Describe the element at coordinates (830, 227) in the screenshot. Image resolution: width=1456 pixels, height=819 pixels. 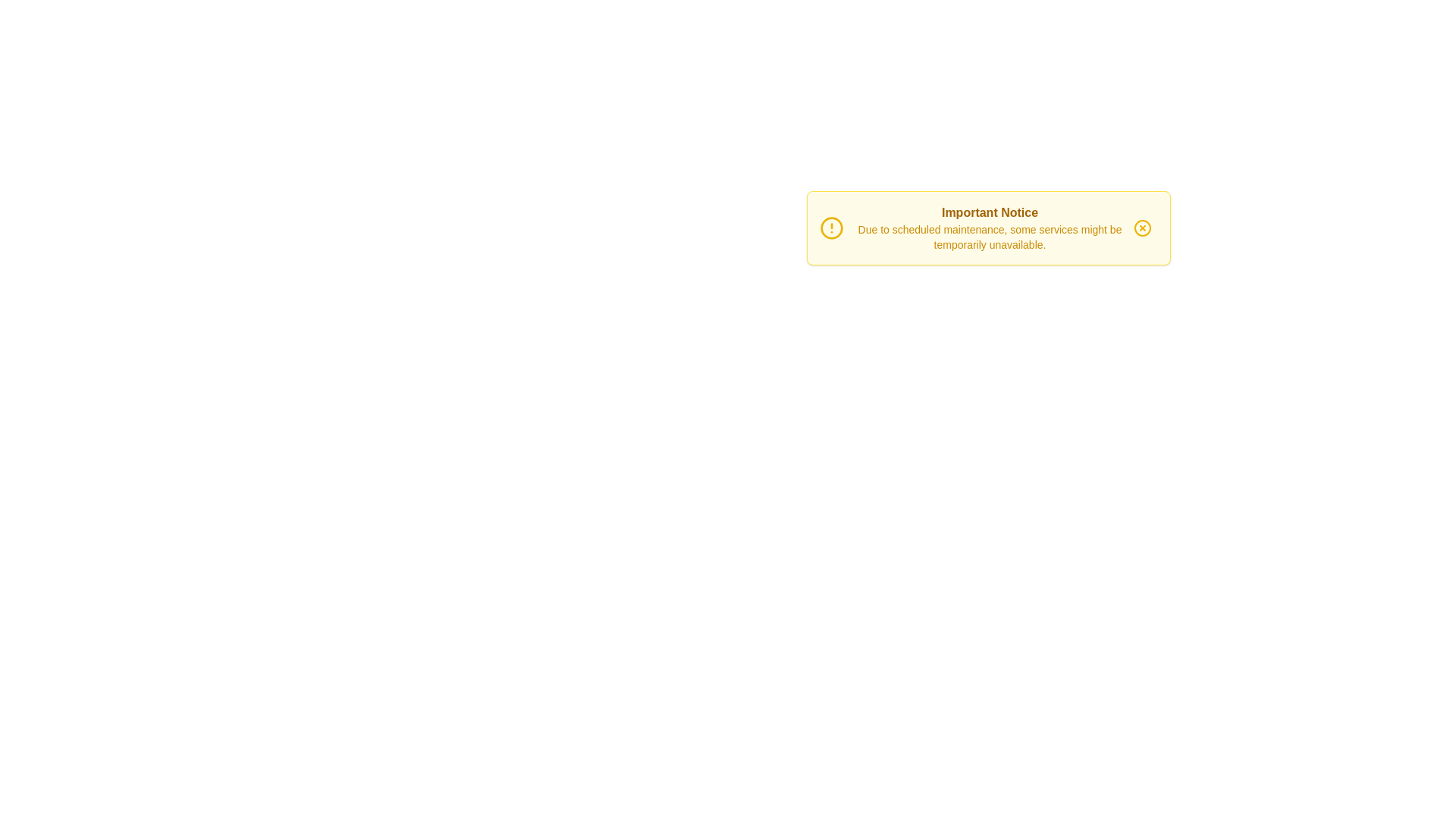
I see `the alert icon next to the title` at that location.